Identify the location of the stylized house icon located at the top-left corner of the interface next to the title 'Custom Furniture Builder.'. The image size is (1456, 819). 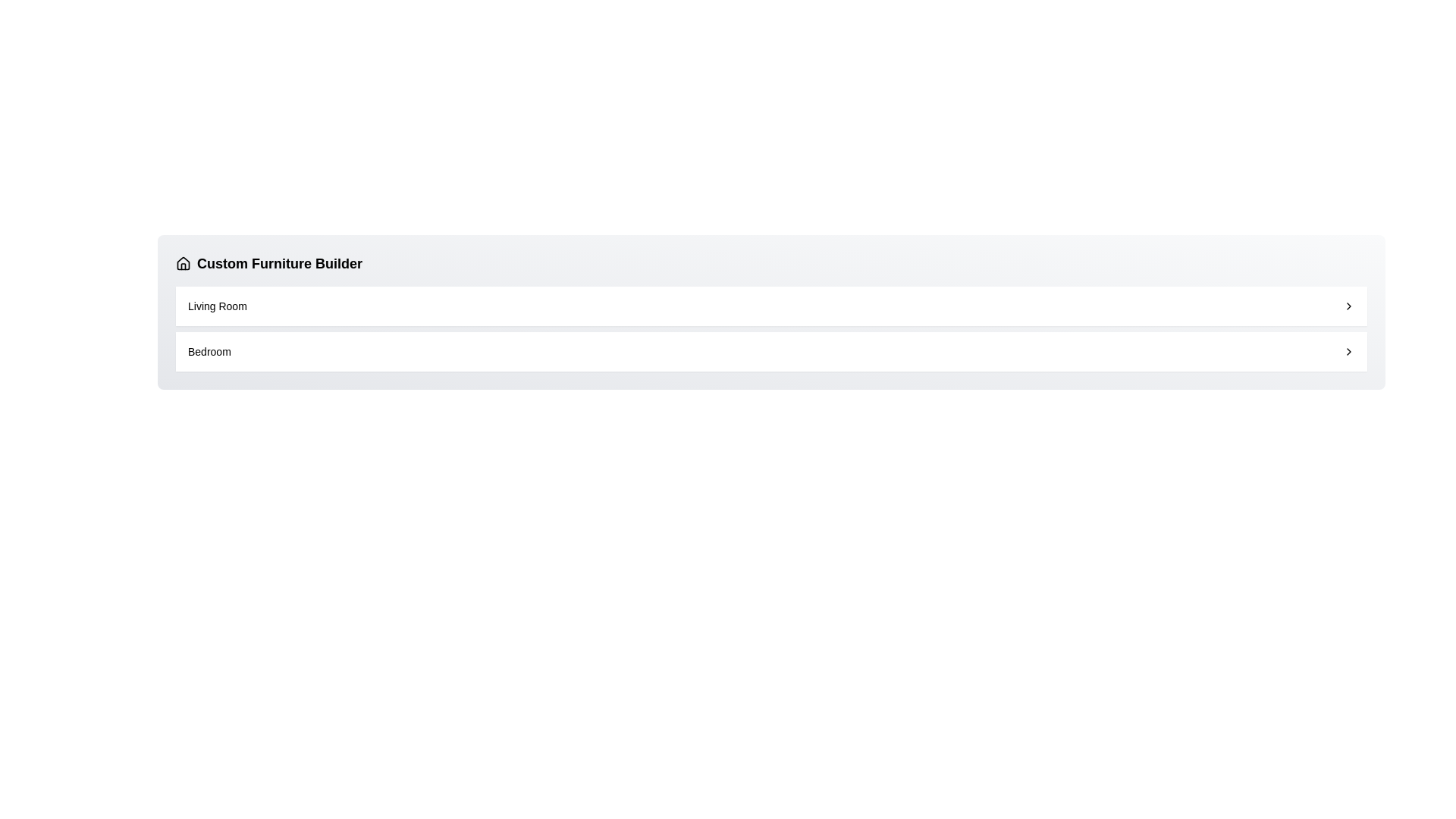
(182, 262).